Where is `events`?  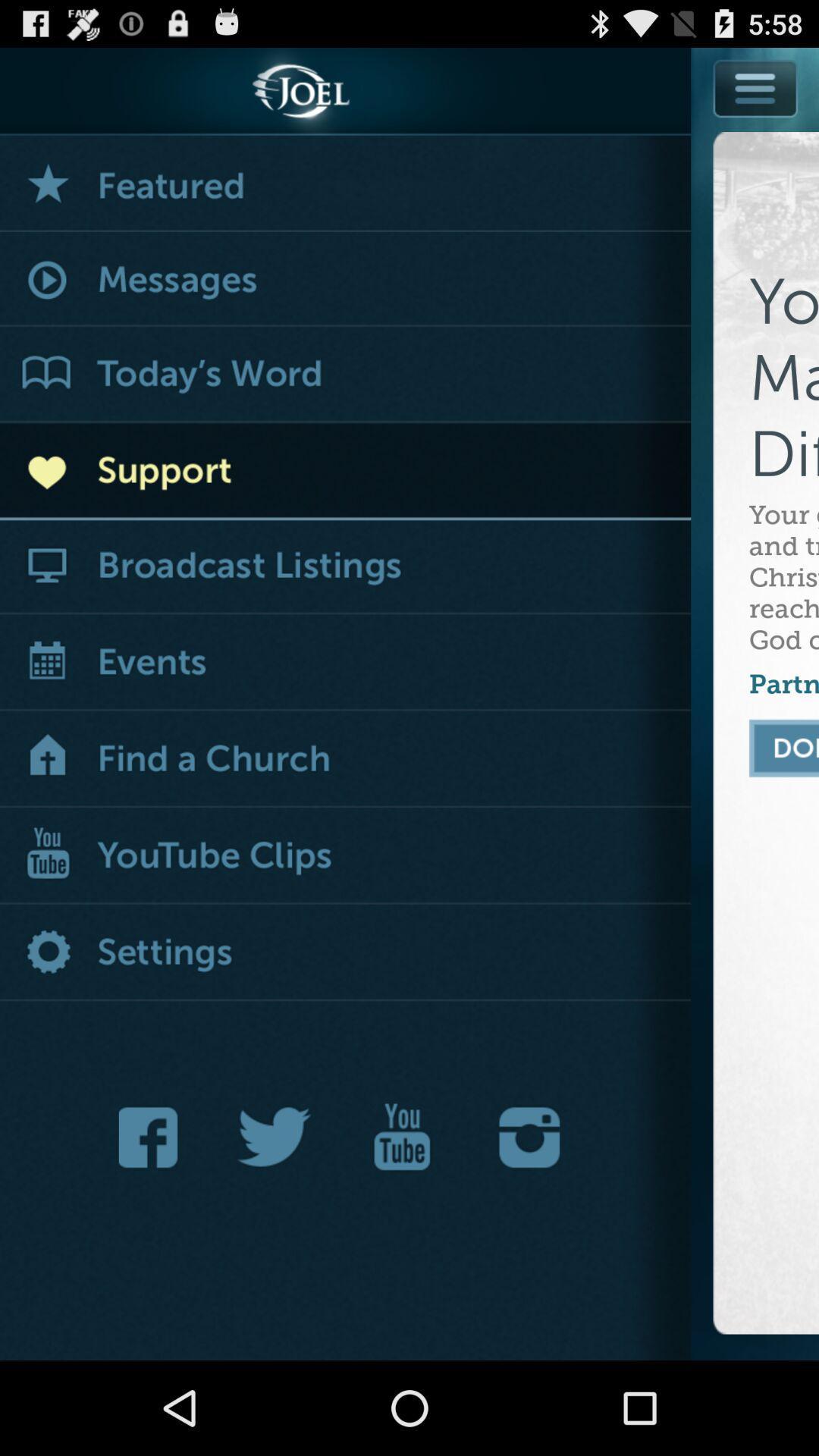
events is located at coordinates (345, 664).